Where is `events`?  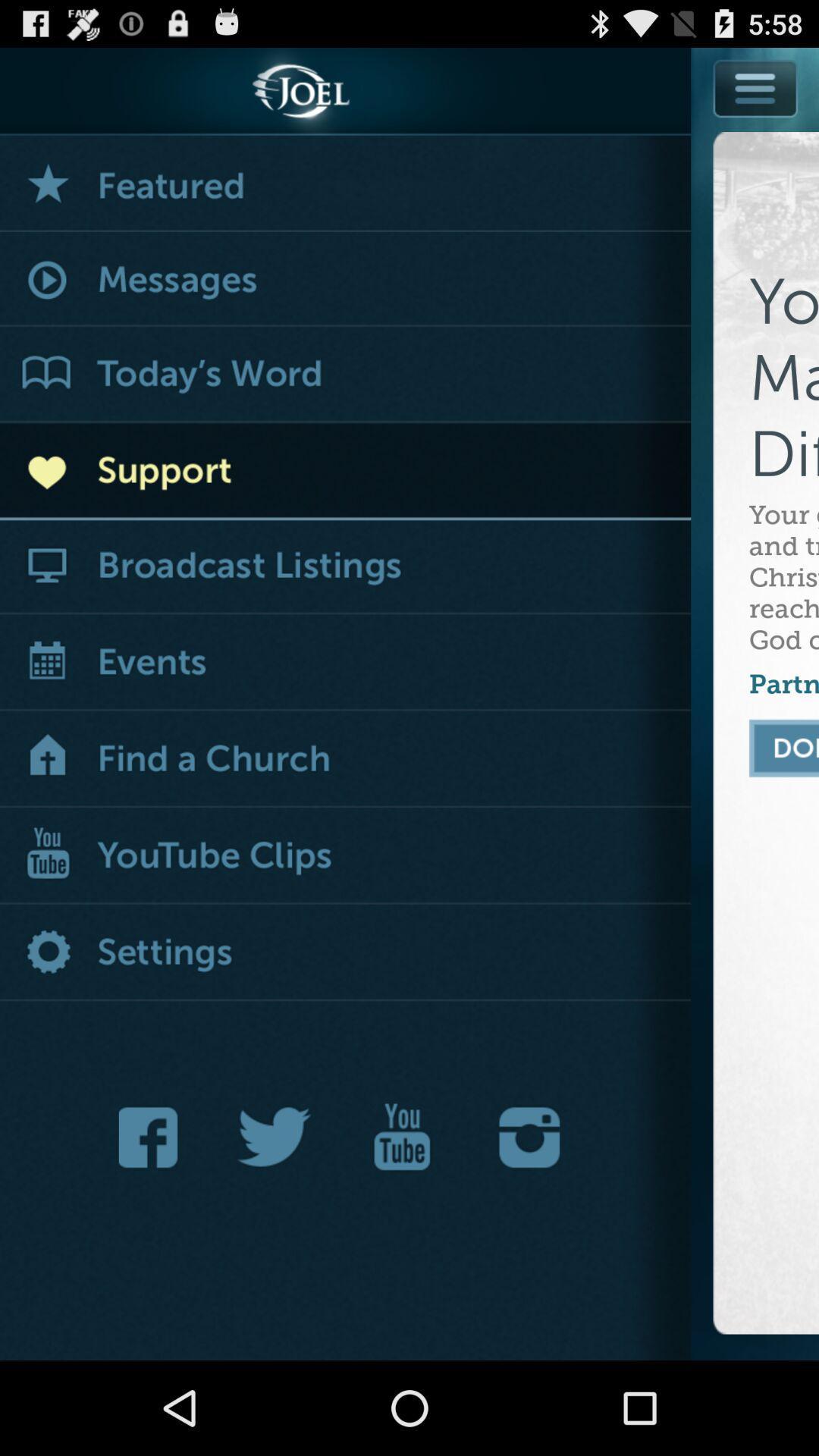
events is located at coordinates (345, 664).